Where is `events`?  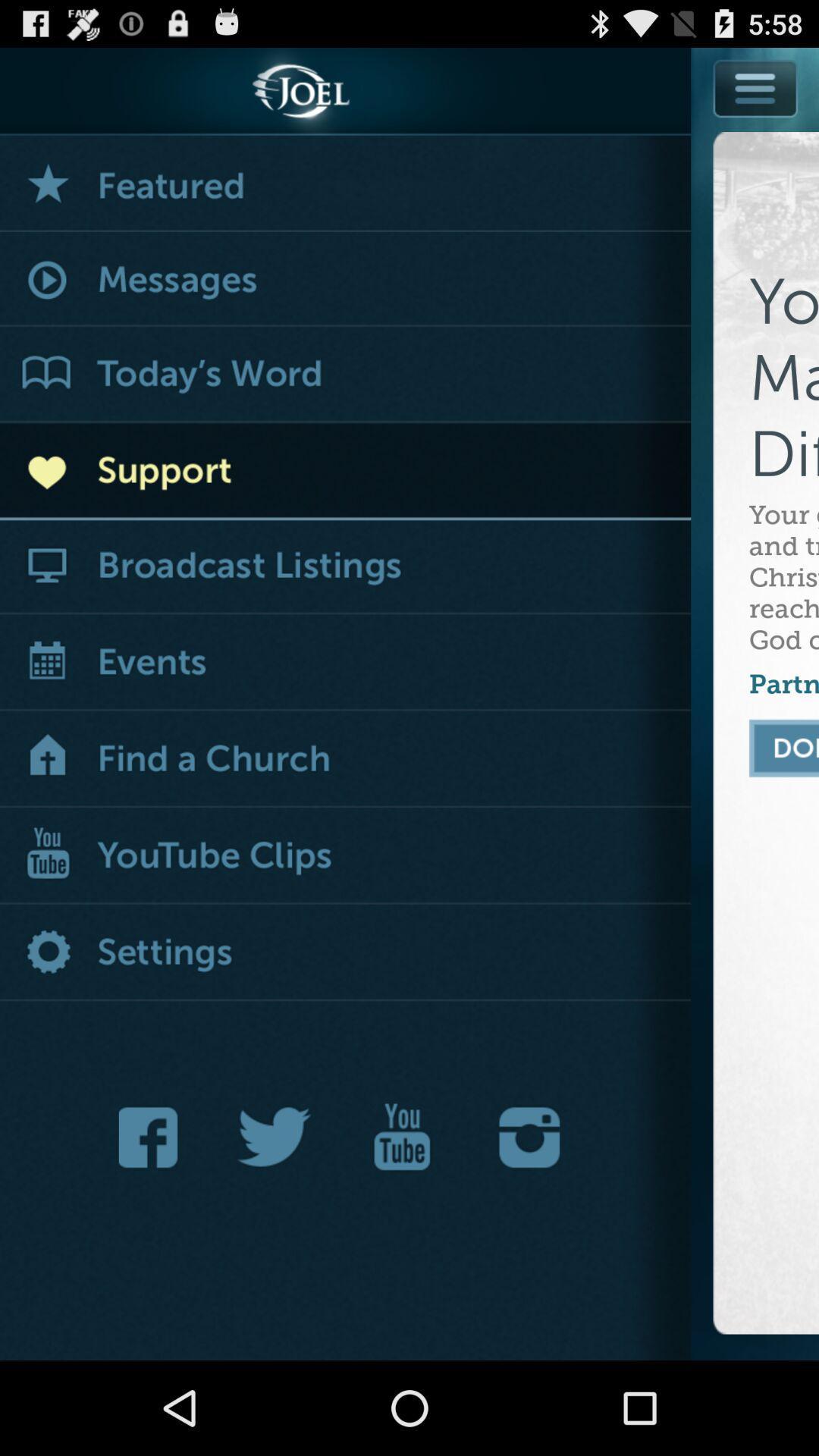
events is located at coordinates (345, 664).